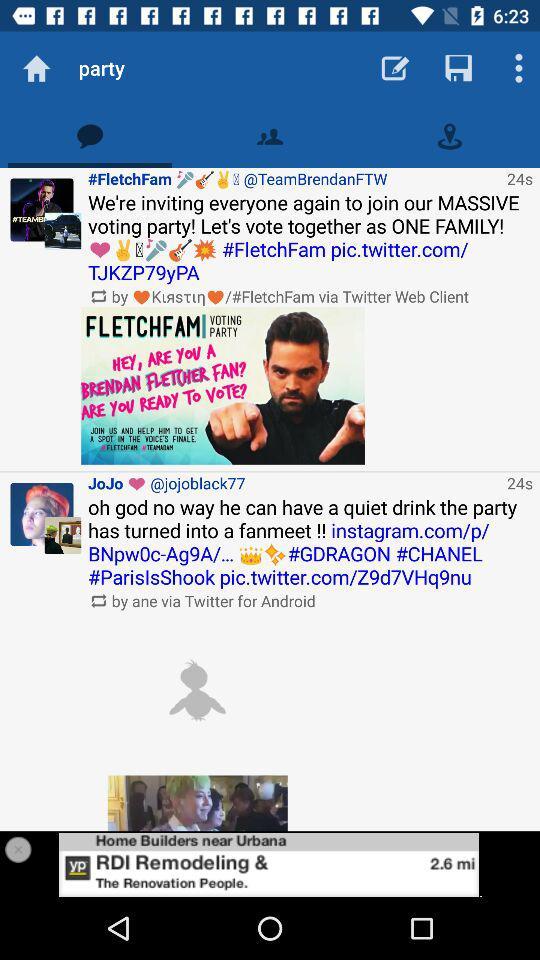 This screenshot has height=960, width=540. What do you see at coordinates (270, 135) in the screenshot?
I see `show friends` at bounding box center [270, 135].